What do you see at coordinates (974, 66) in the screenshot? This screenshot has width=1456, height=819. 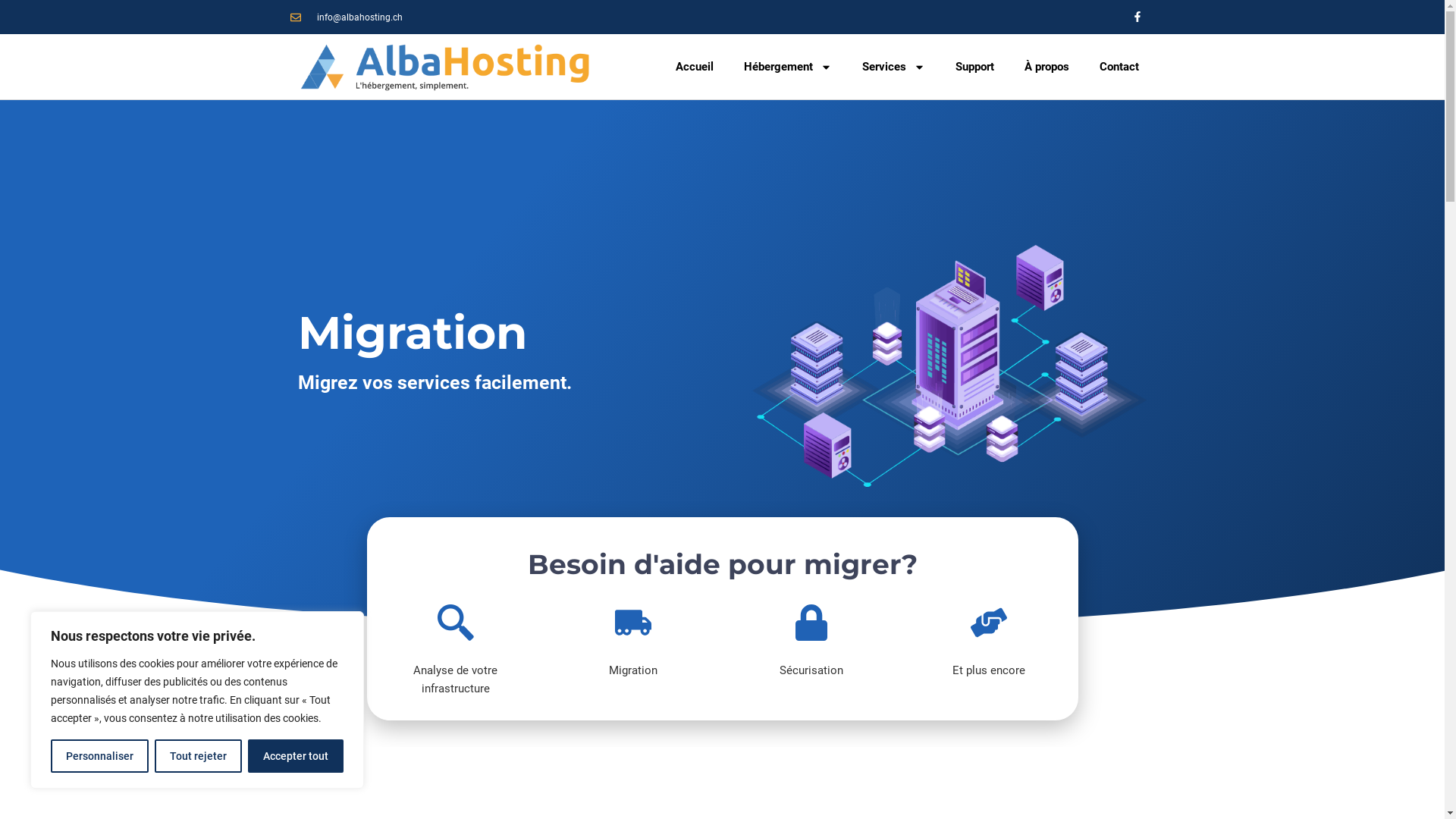 I see `'Support'` at bounding box center [974, 66].